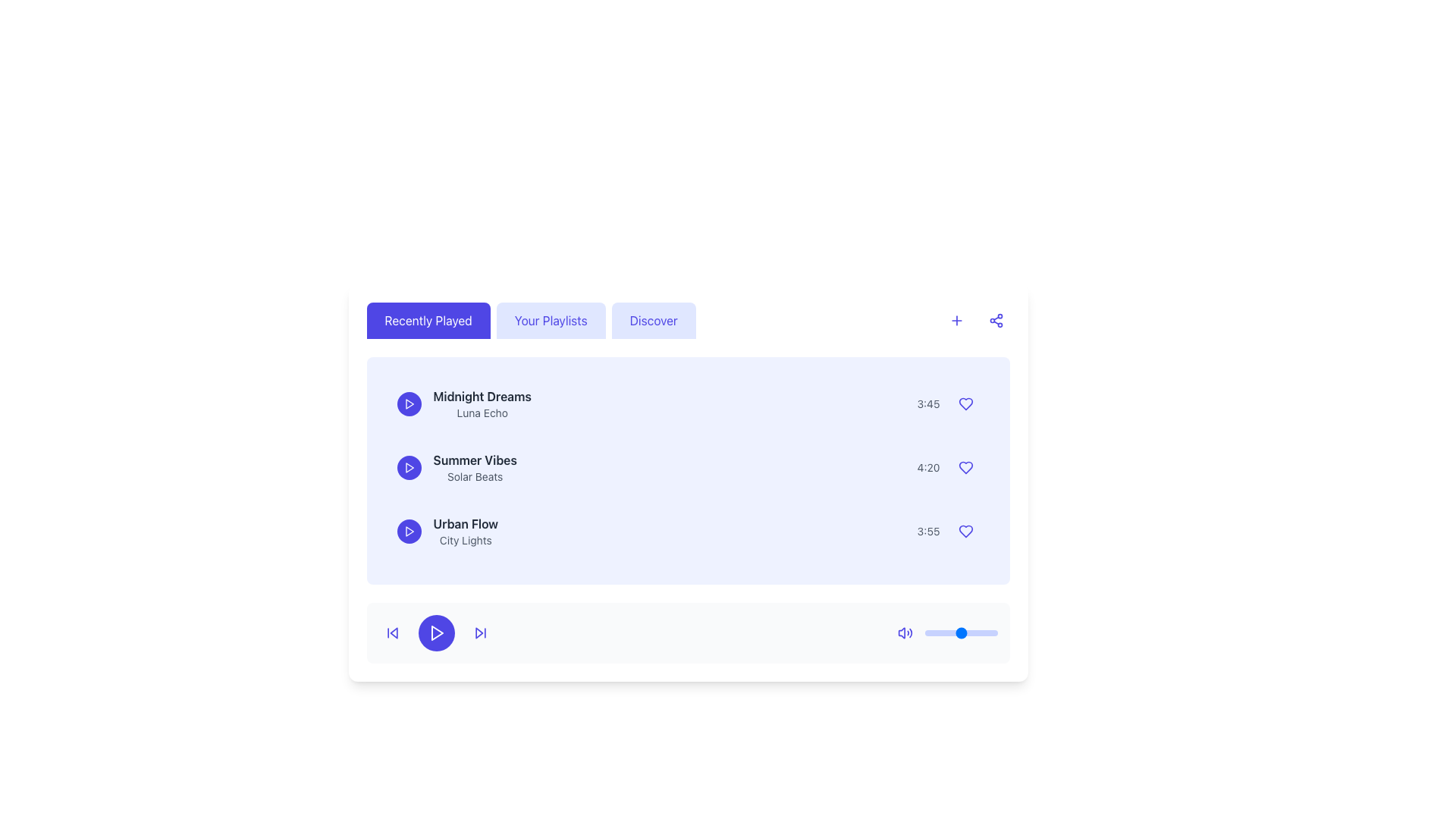  What do you see at coordinates (983, 632) in the screenshot?
I see `the slider` at bounding box center [983, 632].